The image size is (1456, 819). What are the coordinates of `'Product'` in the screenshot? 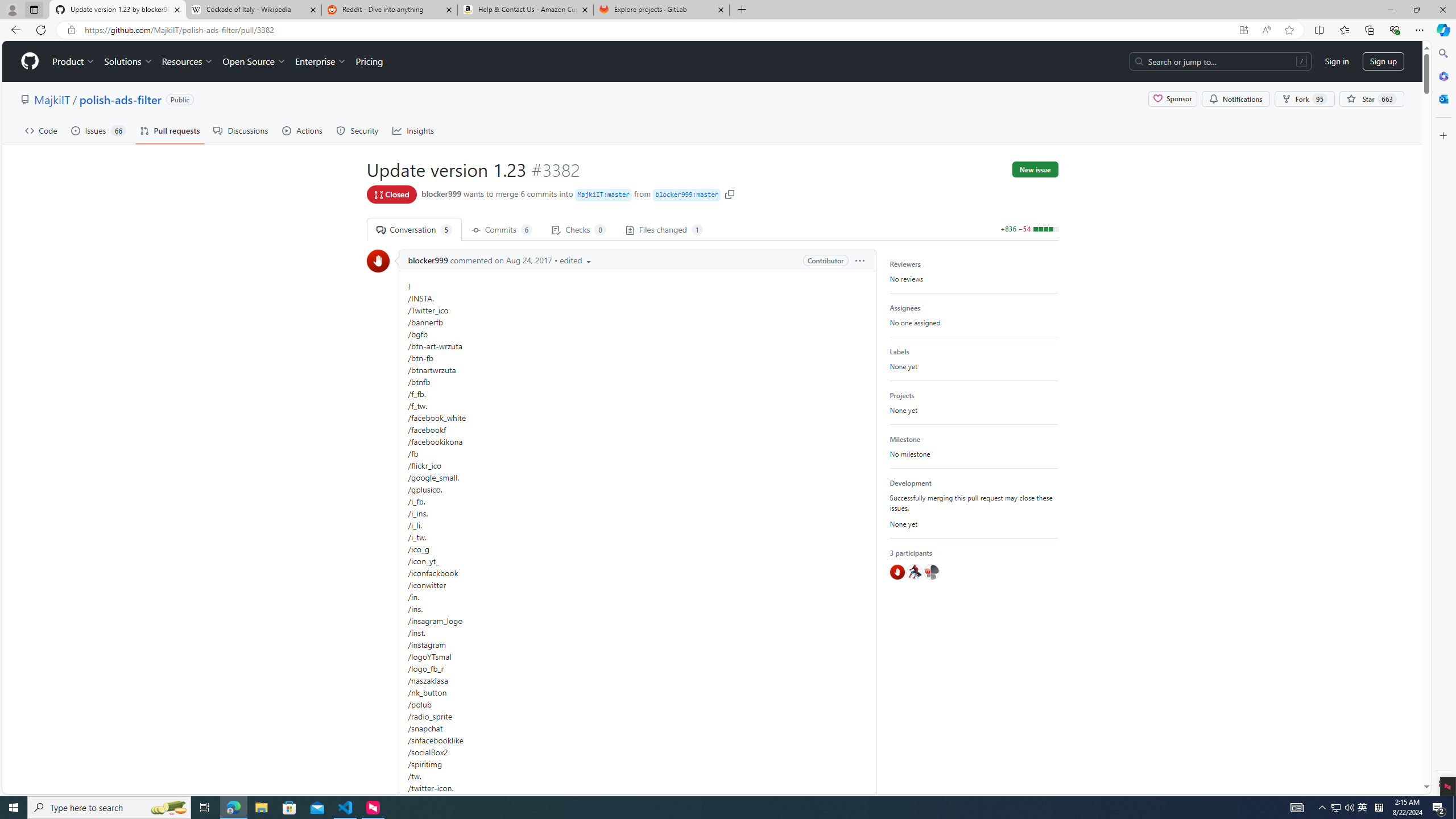 It's located at (74, 61).